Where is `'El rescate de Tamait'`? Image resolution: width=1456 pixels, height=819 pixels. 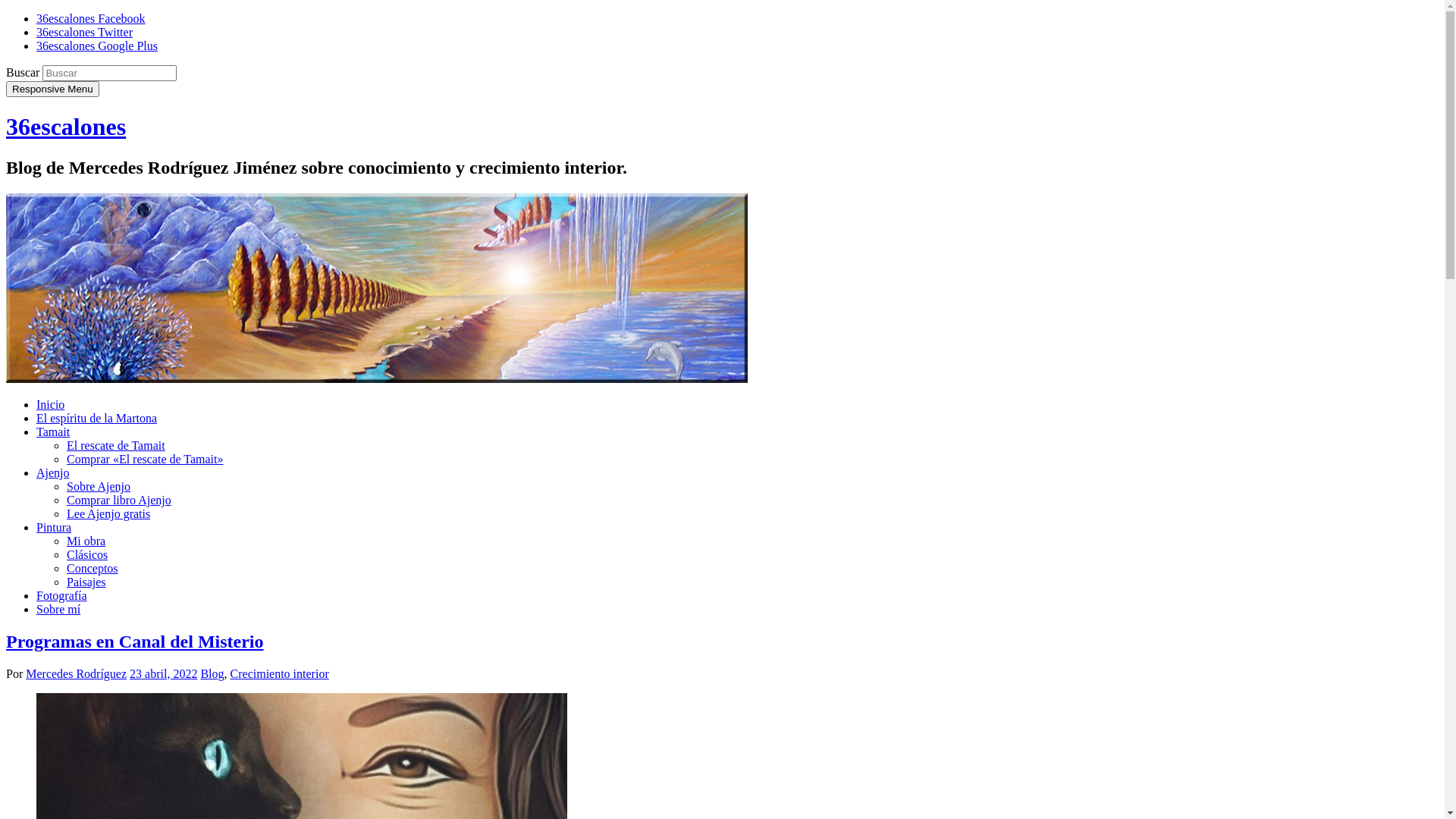
'El rescate de Tamait' is located at coordinates (115, 444).